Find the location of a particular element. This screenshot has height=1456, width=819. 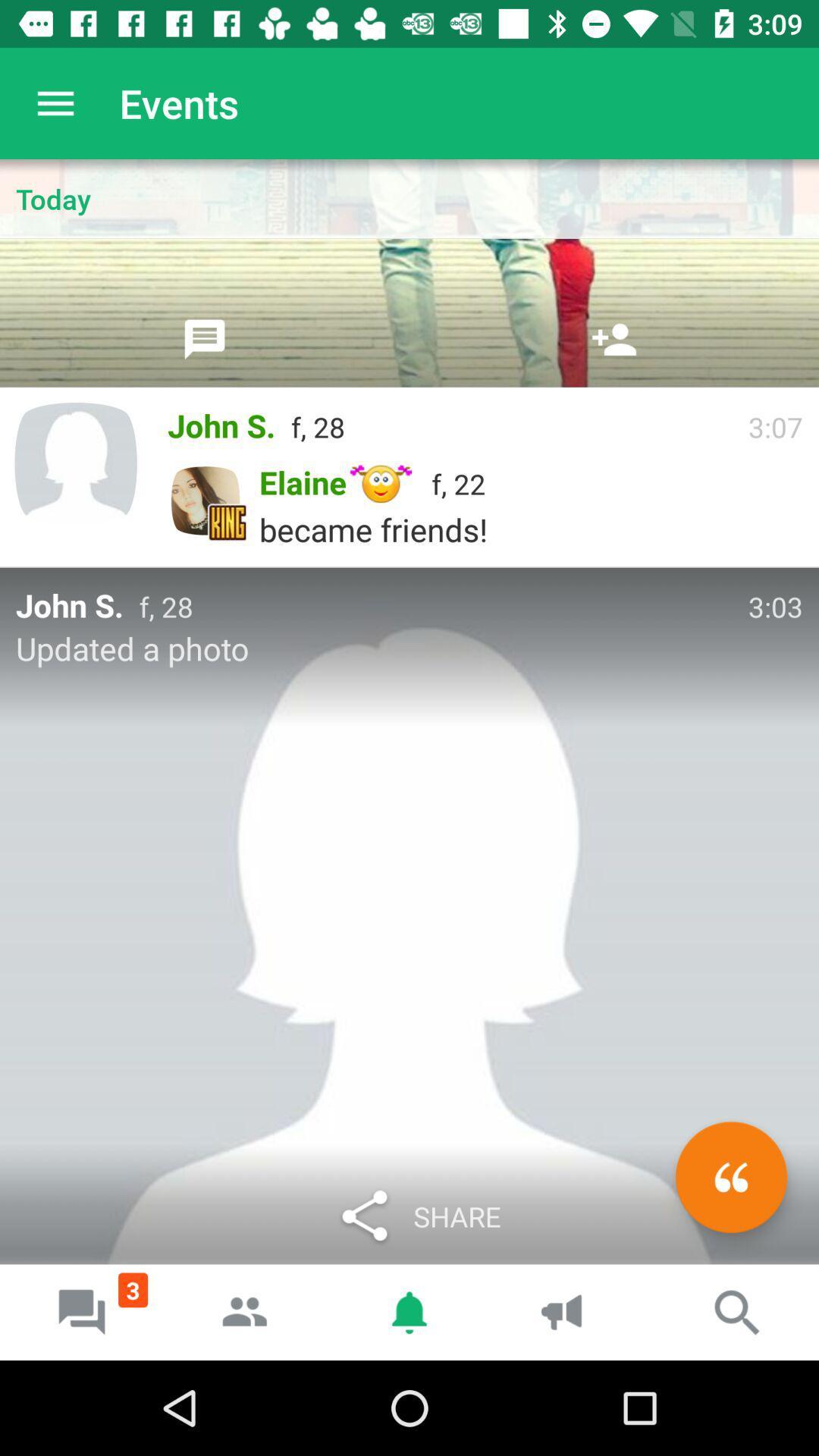

share by text is located at coordinates (205, 338).